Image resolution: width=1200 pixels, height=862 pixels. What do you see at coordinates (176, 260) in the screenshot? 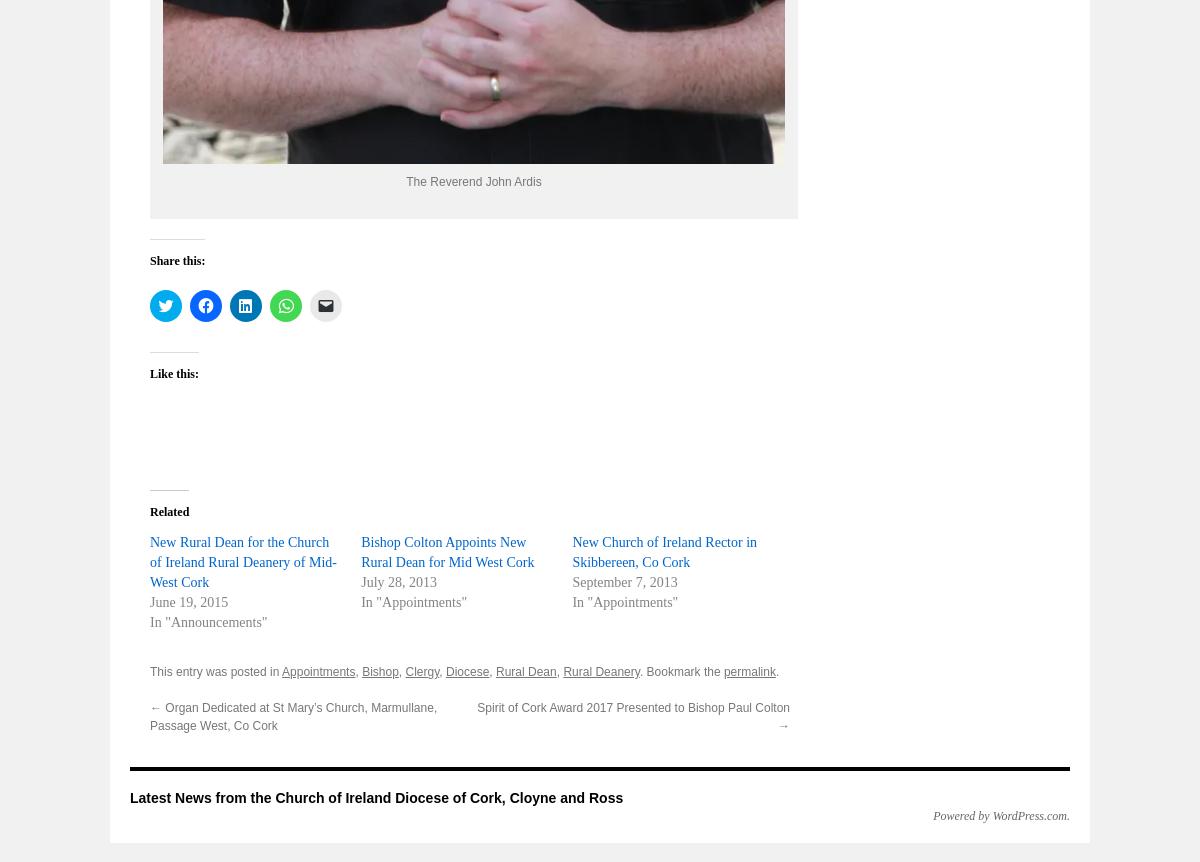
I see `'Share this:'` at bounding box center [176, 260].